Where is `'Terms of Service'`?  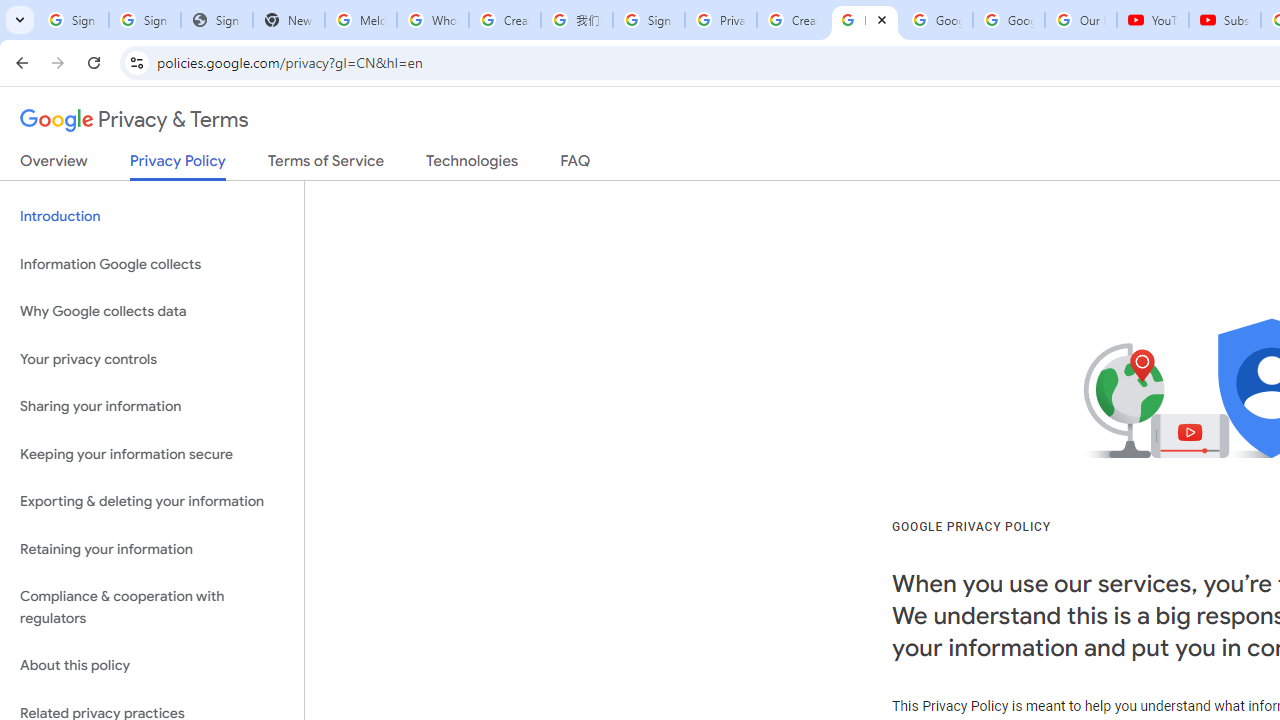
'Terms of Service' is located at coordinates (326, 164).